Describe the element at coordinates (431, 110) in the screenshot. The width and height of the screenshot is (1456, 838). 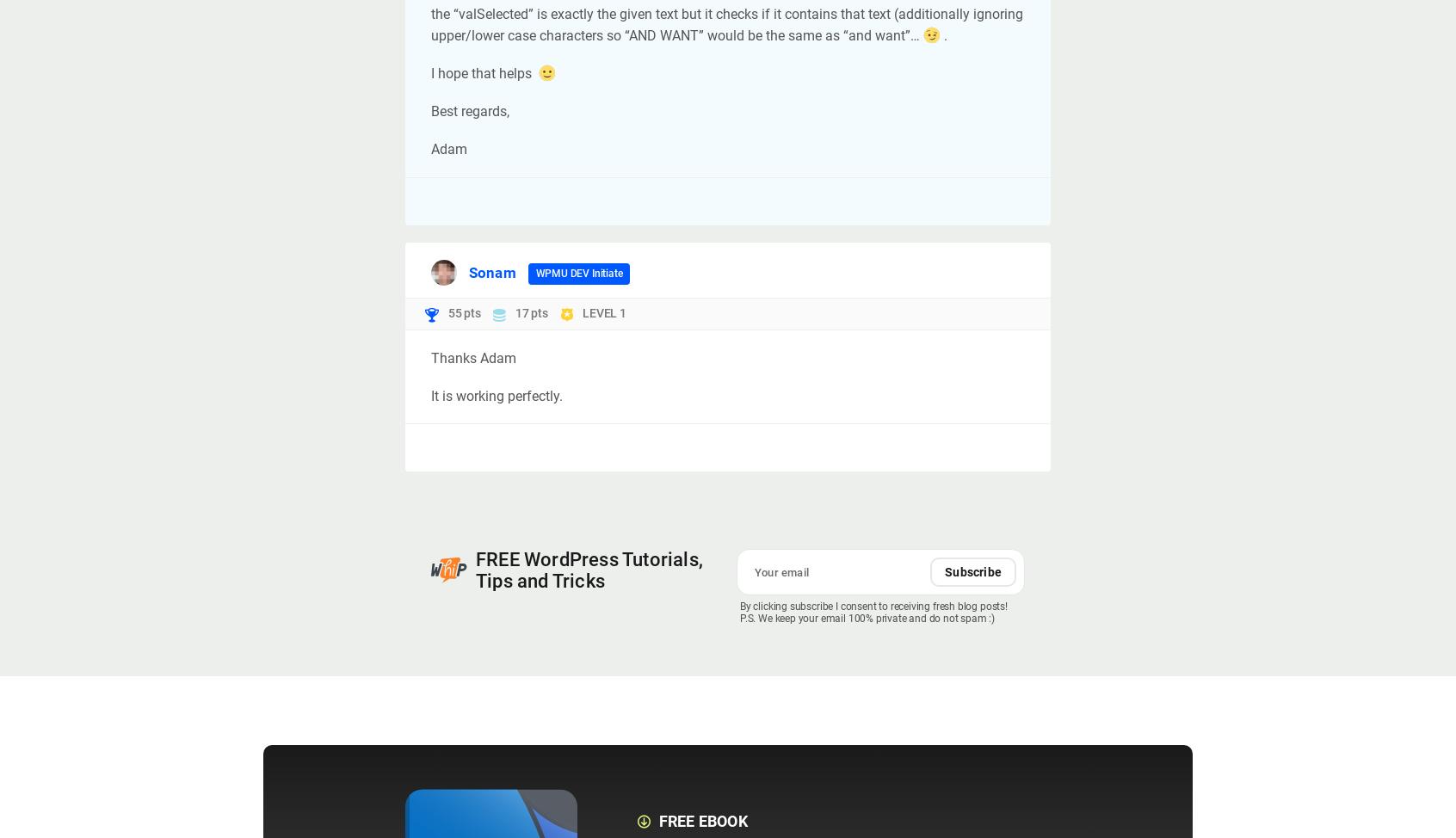
I see `'Best regards,'` at that location.